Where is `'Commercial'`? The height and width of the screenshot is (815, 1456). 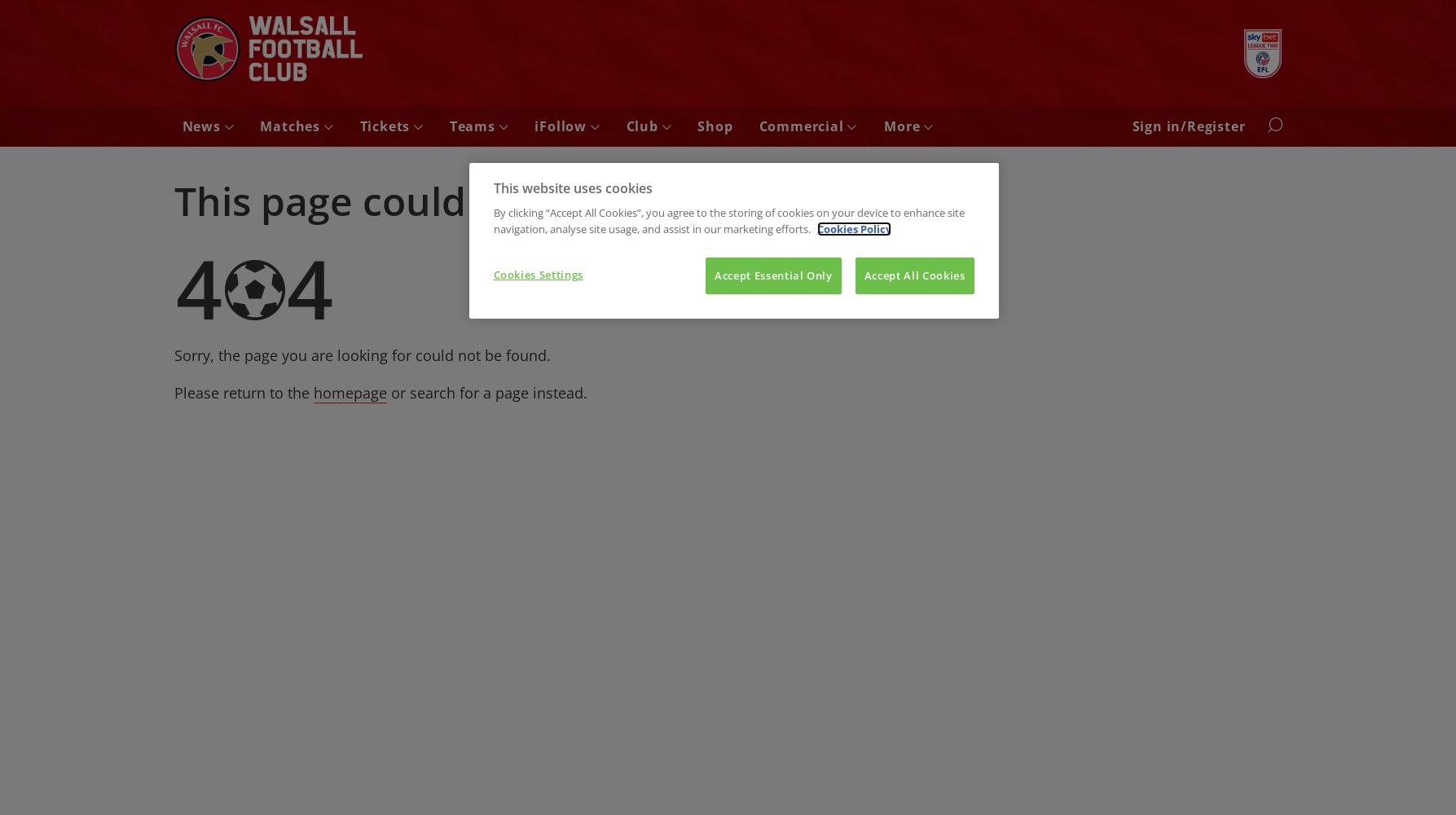 'Commercial' is located at coordinates (802, 126).